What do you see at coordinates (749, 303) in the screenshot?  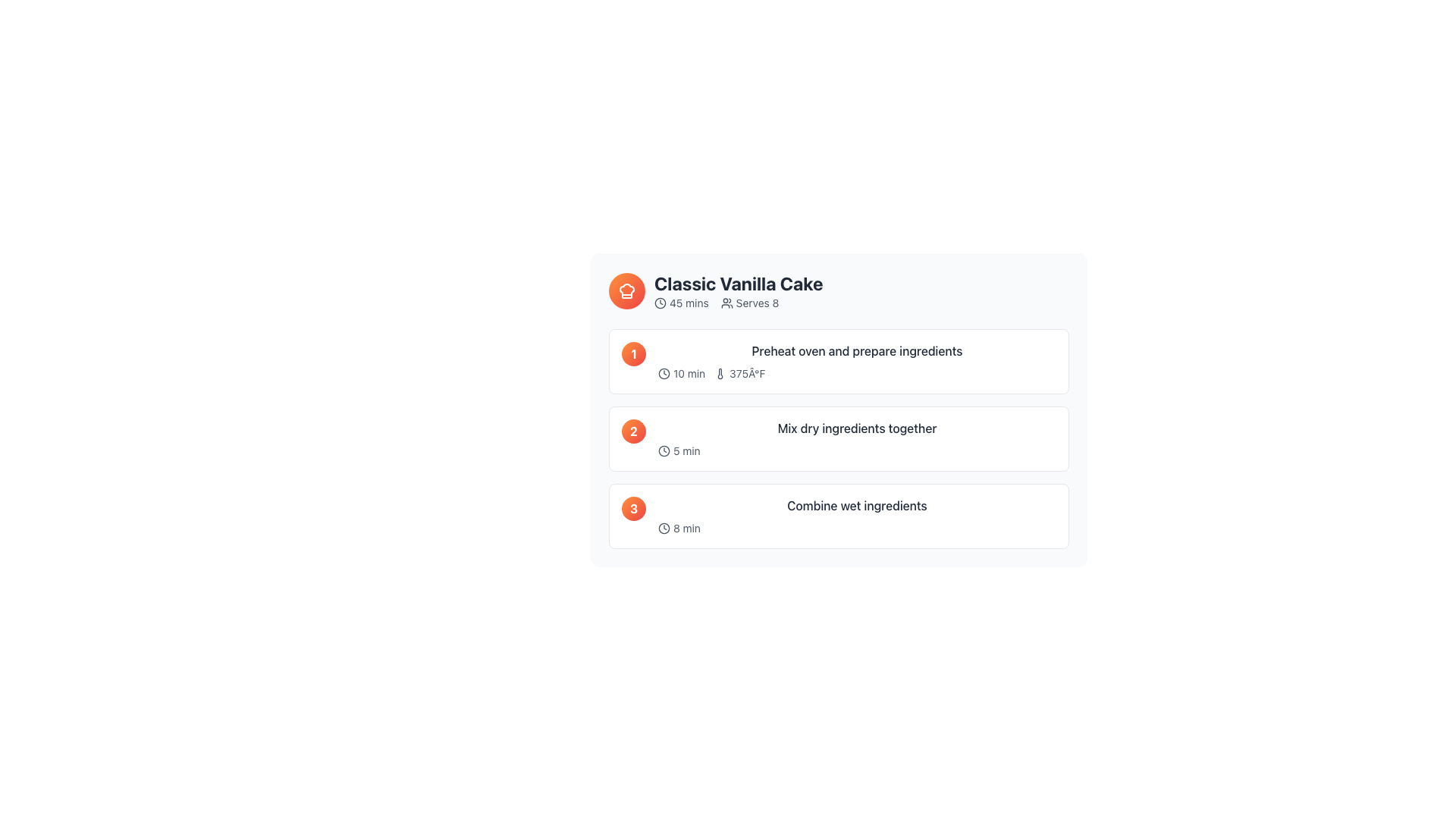 I see `the informational label that indicates the number of servings for the recipe, located near the title 'Classic Vanilla Cake' and following the prep time indicator ('45 mins')` at bounding box center [749, 303].